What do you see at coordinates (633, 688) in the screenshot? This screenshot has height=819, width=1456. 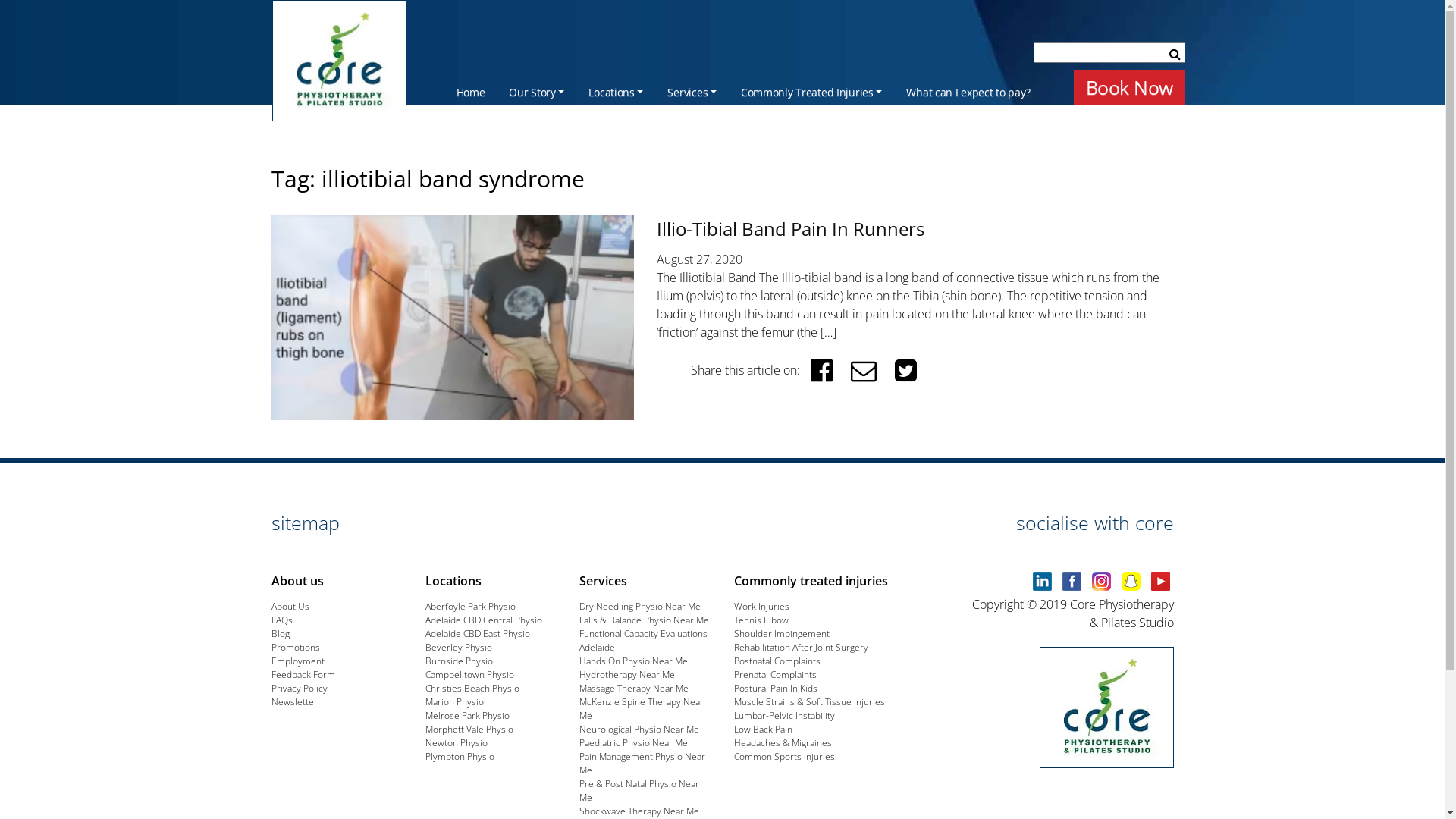 I see `'Massage Therapy Near Me'` at bounding box center [633, 688].